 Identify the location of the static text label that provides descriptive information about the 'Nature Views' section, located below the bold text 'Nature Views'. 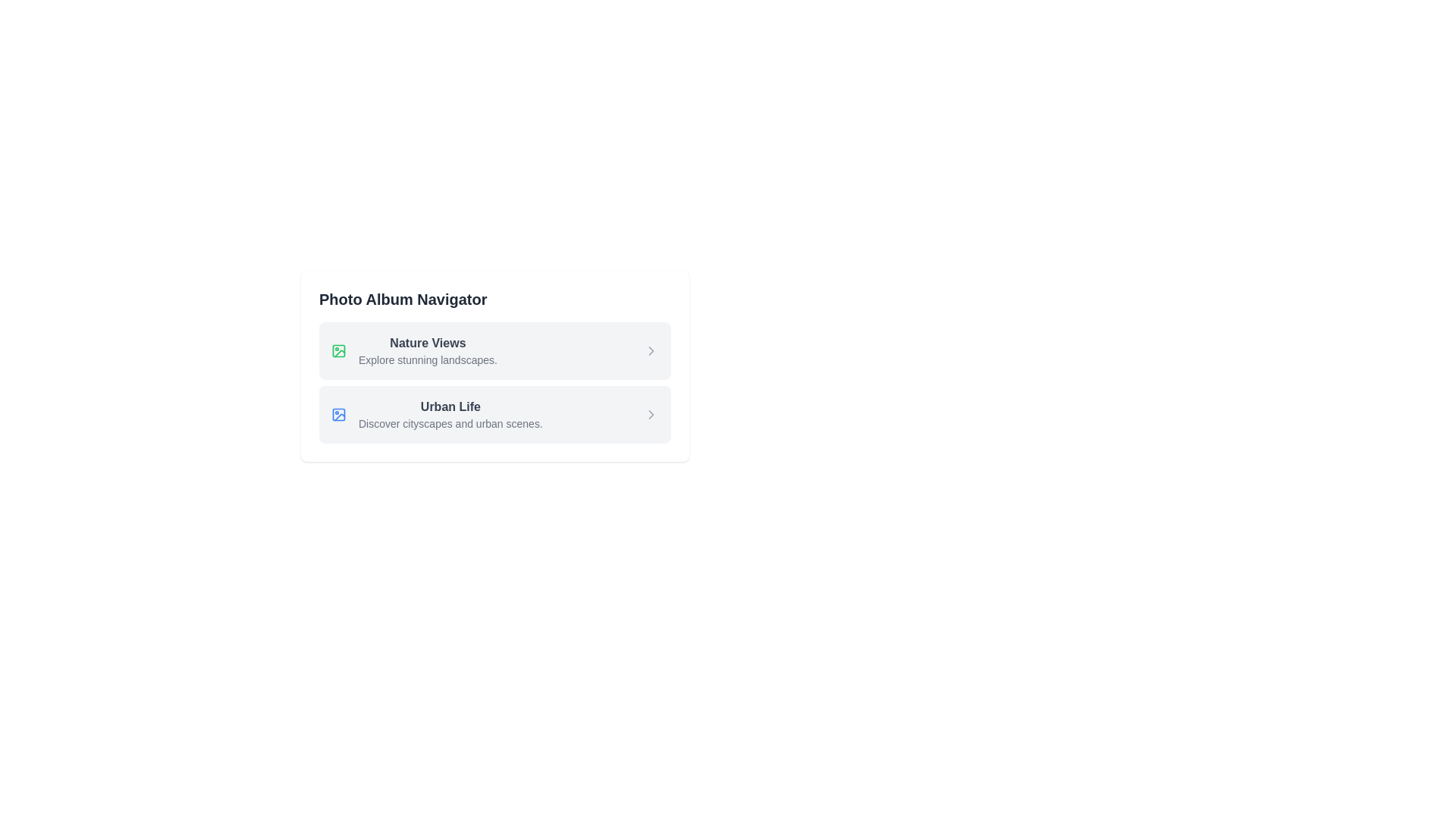
(427, 359).